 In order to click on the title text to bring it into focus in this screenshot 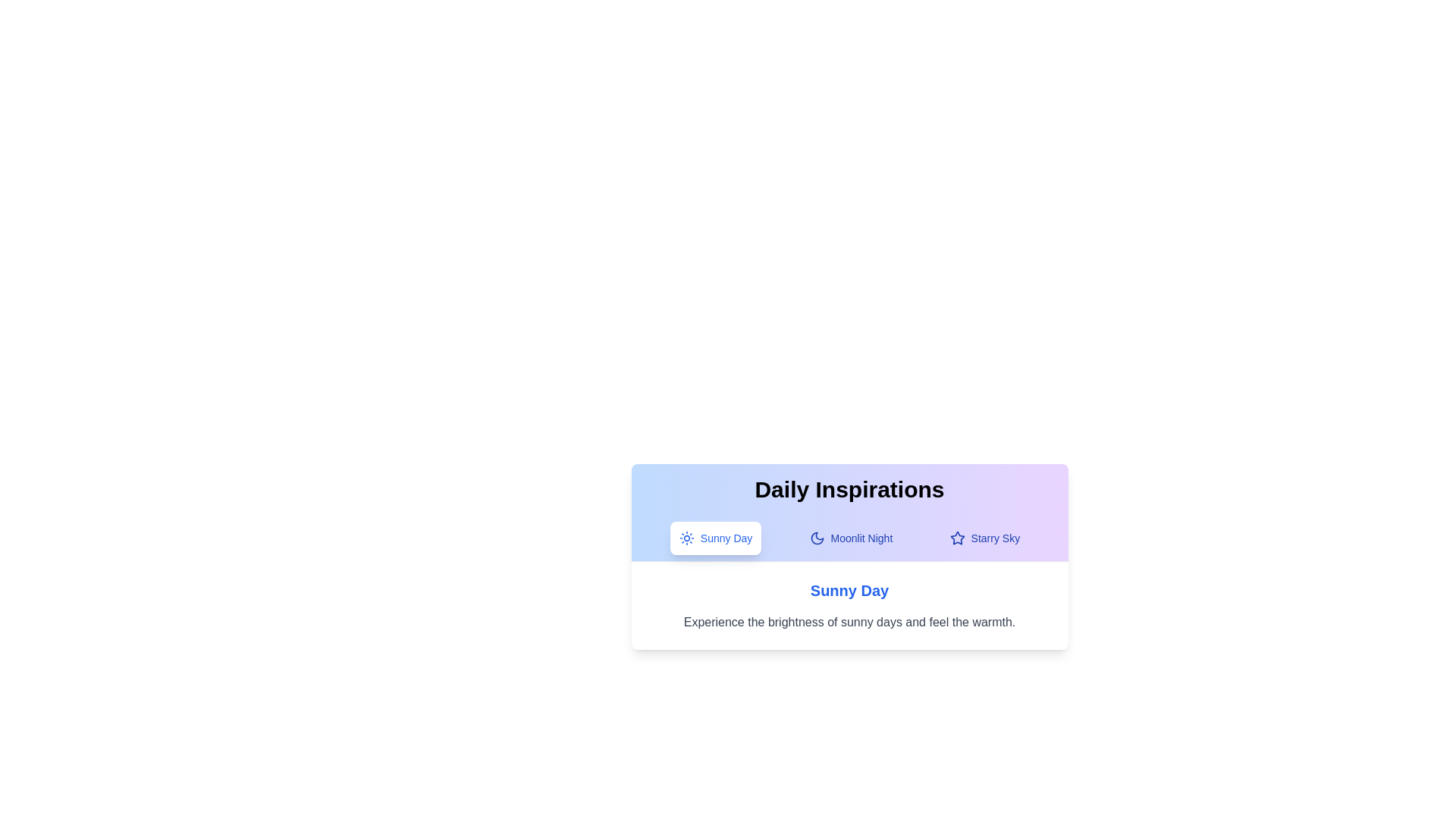, I will do `click(849, 489)`.